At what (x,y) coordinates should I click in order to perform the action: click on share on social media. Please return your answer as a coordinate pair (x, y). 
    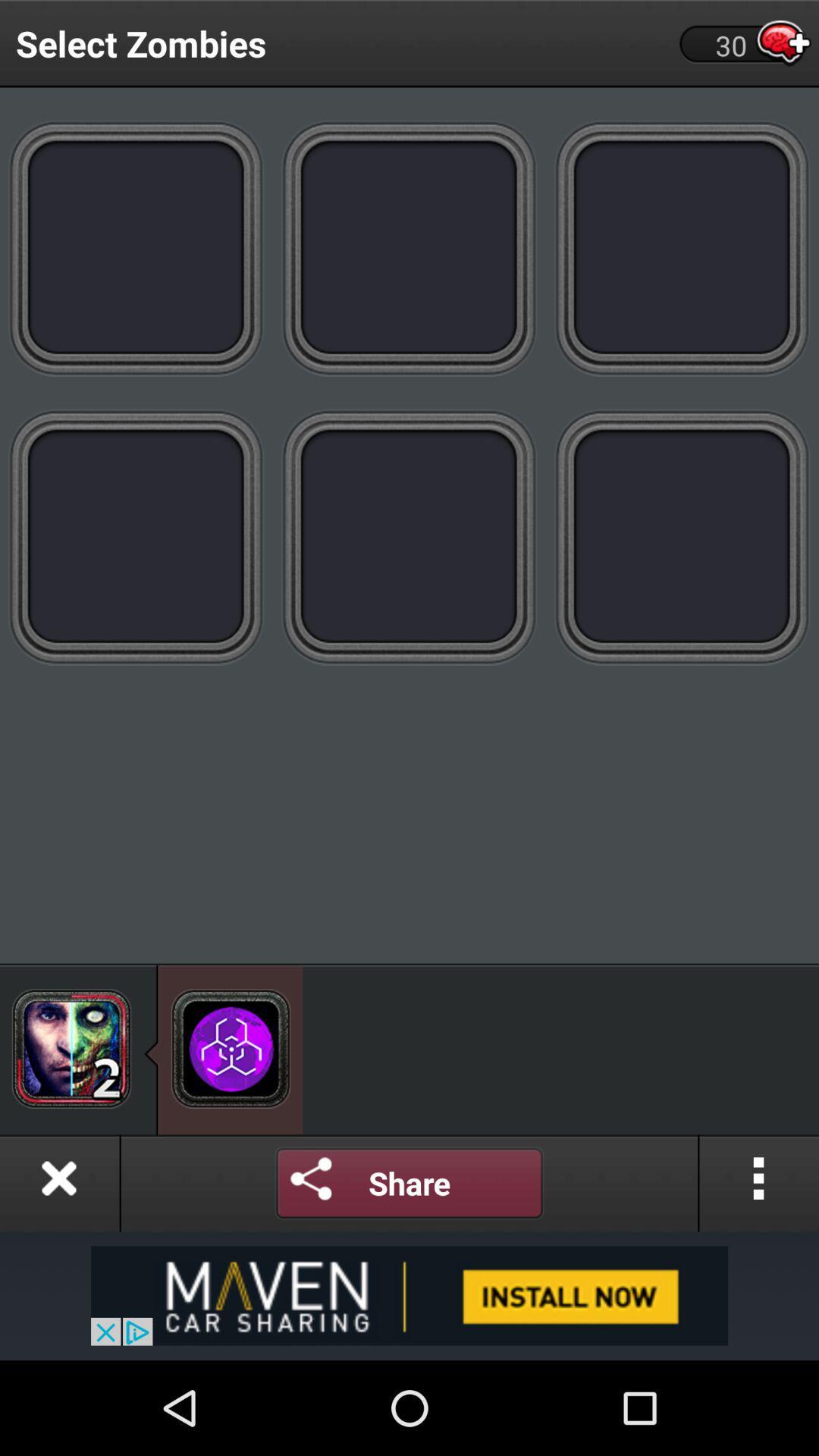
    Looking at the image, I should click on (311, 1182).